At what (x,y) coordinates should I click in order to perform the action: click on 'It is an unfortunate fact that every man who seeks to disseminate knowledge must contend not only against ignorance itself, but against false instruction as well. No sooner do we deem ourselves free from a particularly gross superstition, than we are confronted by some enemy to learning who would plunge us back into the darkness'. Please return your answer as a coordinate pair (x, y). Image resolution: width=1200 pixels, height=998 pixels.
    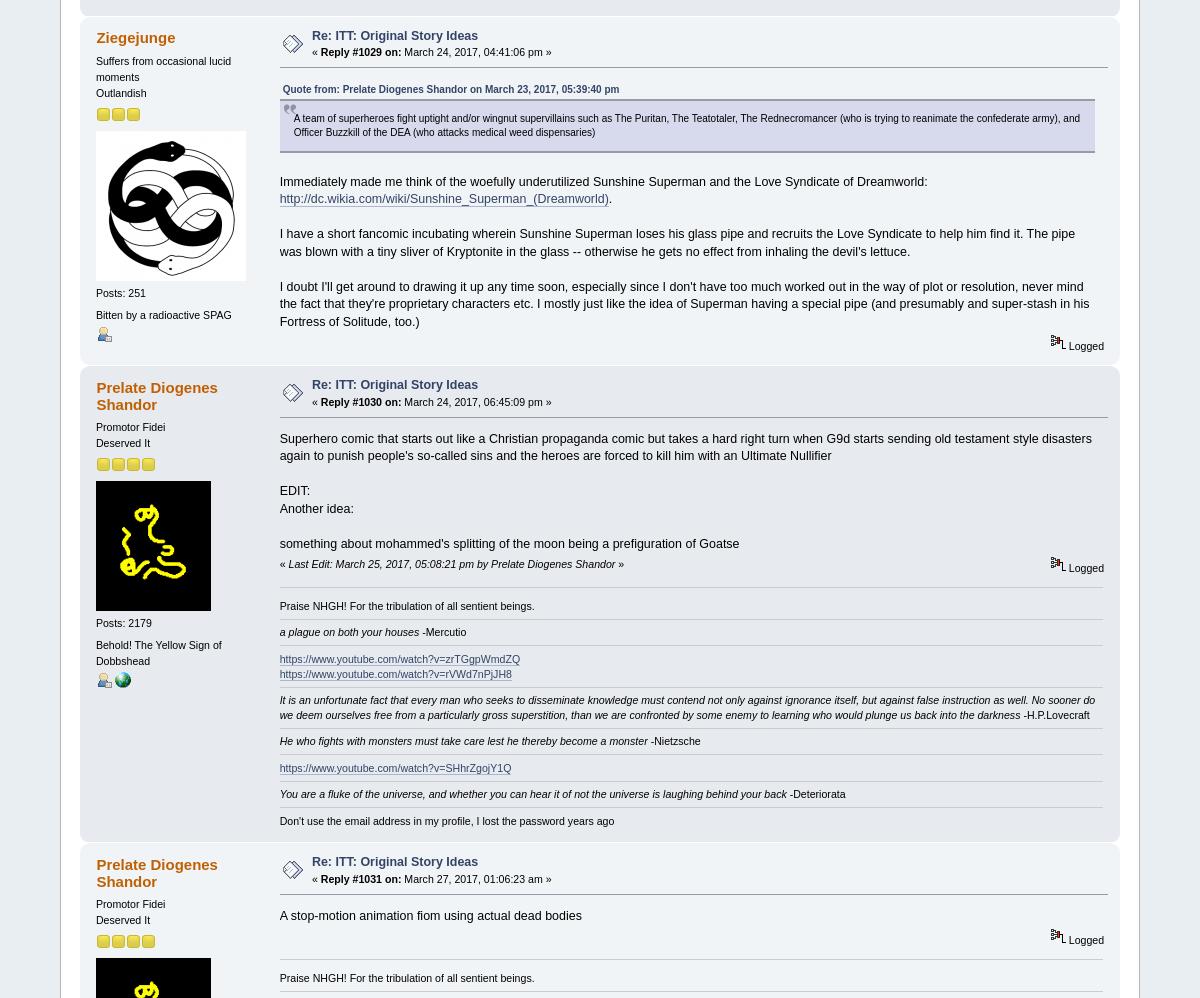
    Looking at the image, I should click on (687, 706).